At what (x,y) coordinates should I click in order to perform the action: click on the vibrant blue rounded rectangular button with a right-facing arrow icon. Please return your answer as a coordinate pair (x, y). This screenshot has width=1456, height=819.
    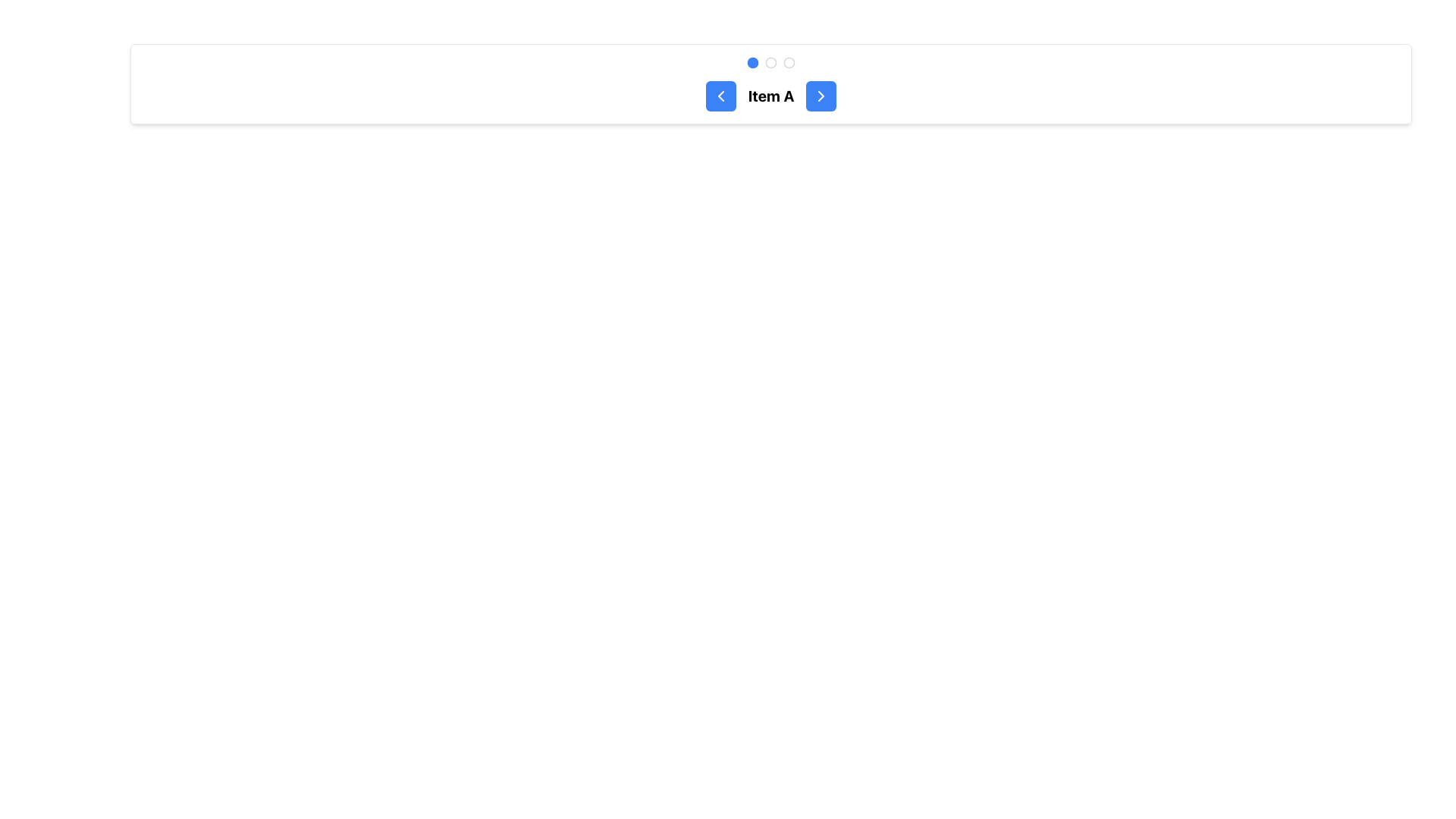
    Looking at the image, I should click on (821, 96).